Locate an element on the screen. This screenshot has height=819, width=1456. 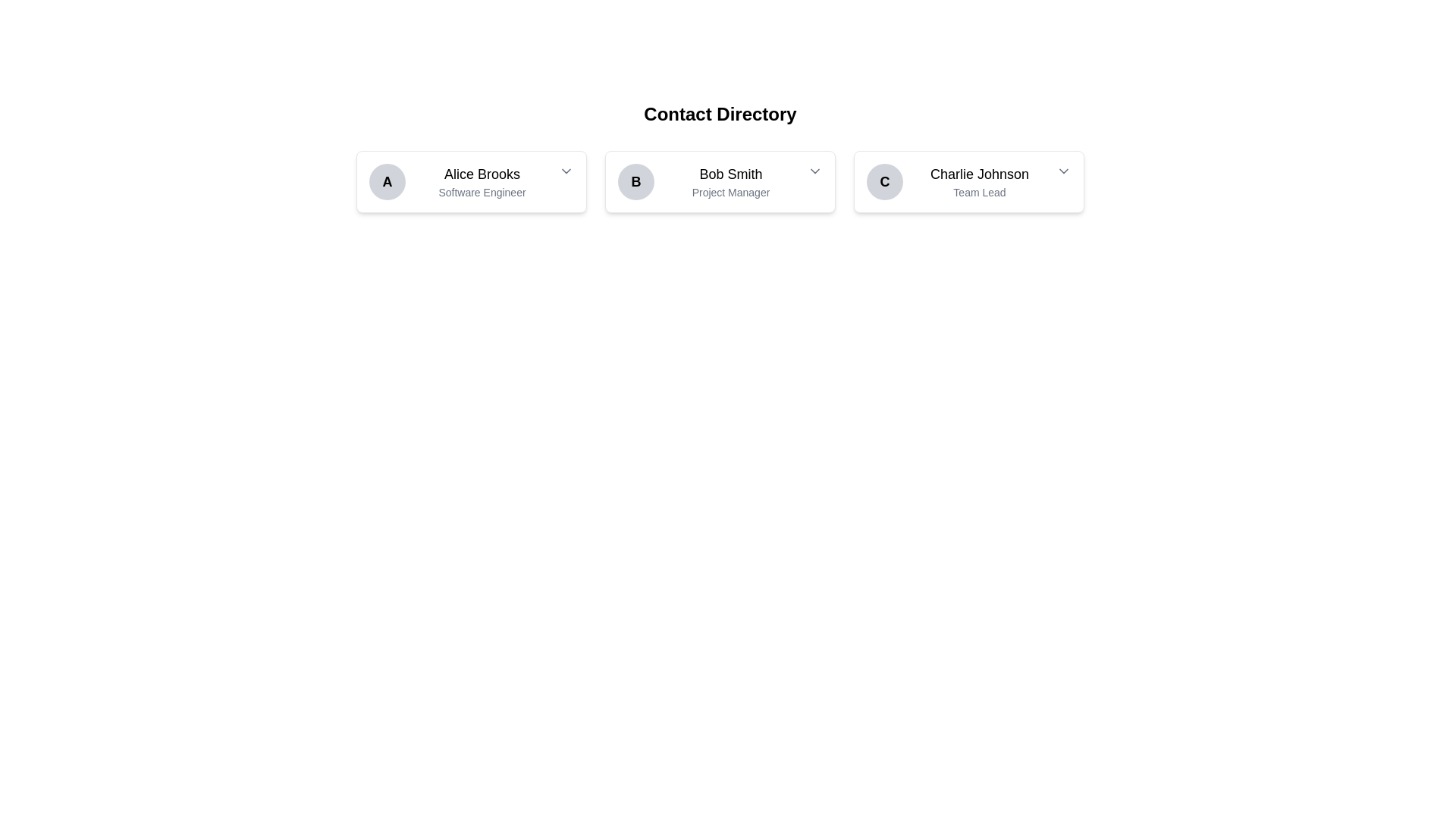
the text that indicates 'Bob Smith' as 'Project Manager', located in the center card of a three-card layout is located at coordinates (731, 192).